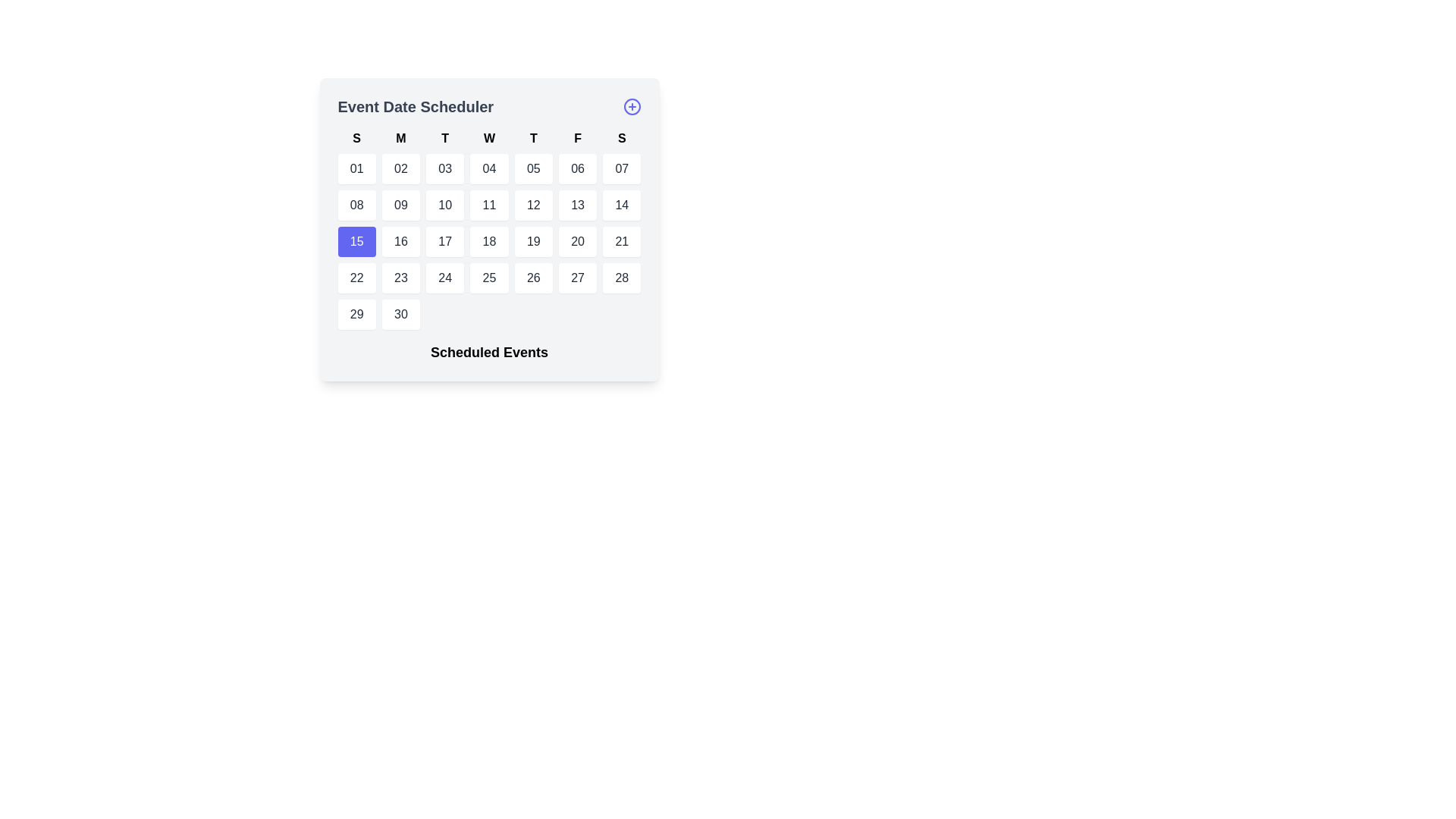  What do you see at coordinates (400, 205) in the screenshot?
I see `the selectable day button representing the ninth day in the calendar interface` at bounding box center [400, 205].